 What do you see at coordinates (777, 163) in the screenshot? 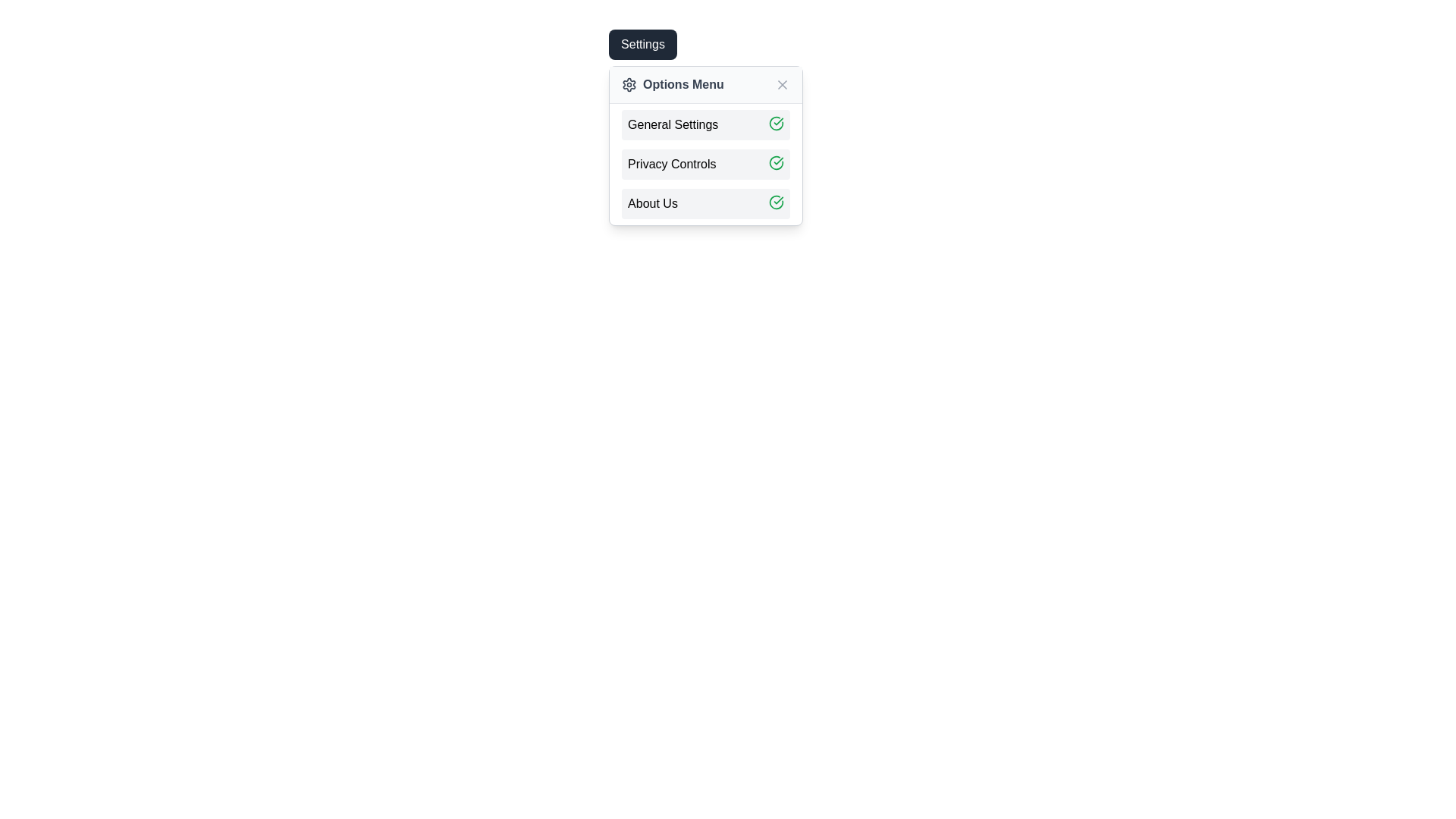
I see `the SVG checkmark icon with a green stroke located at the far-right edge of the 'Privacy Controls' row in the 'Options Menu'. This is the second checkmark icon corresponding to 'Privacy Controls'` at bounding box center [777, 163].